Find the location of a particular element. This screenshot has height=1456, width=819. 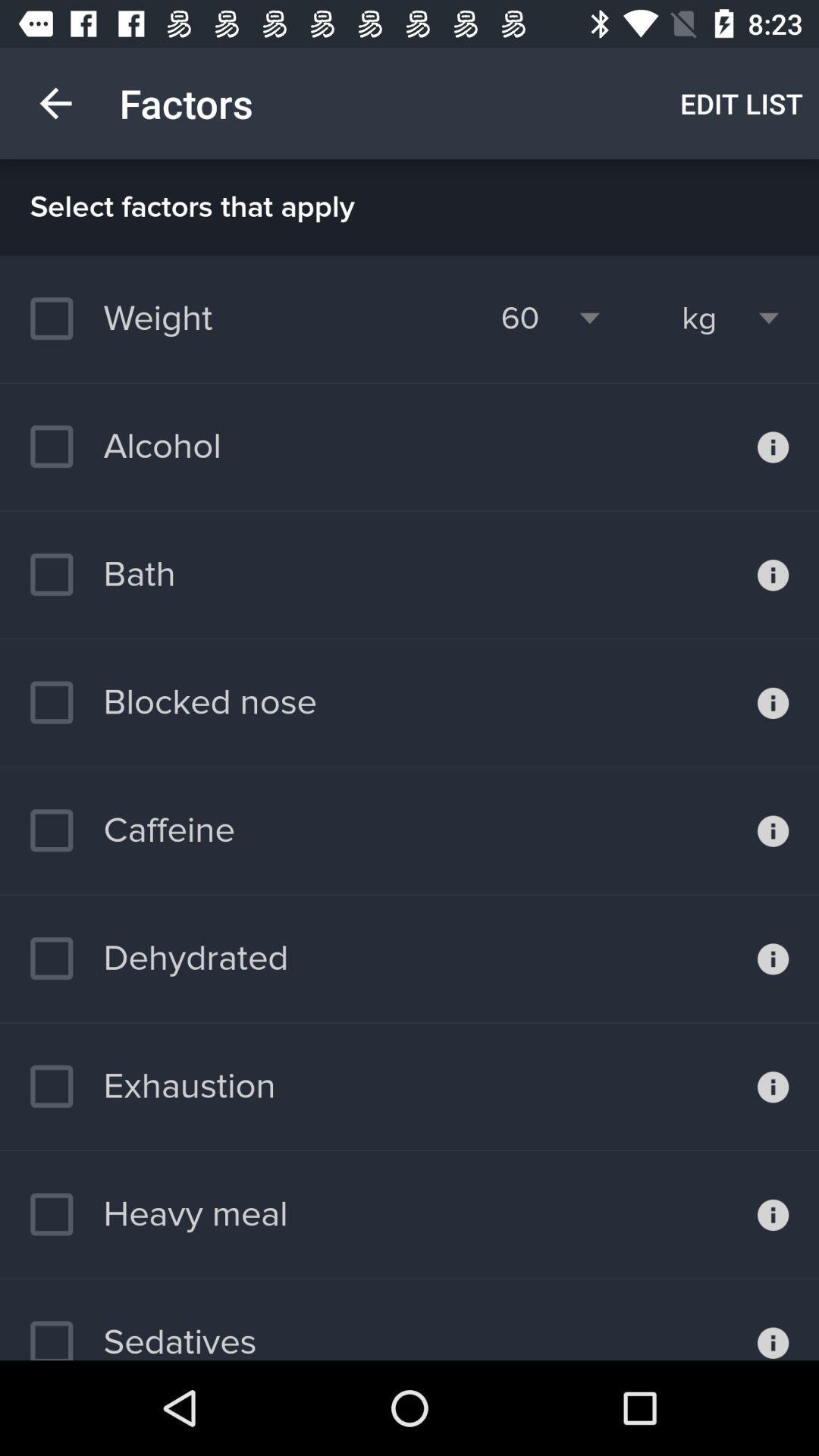

additional information is located at coordinates (773, 958).